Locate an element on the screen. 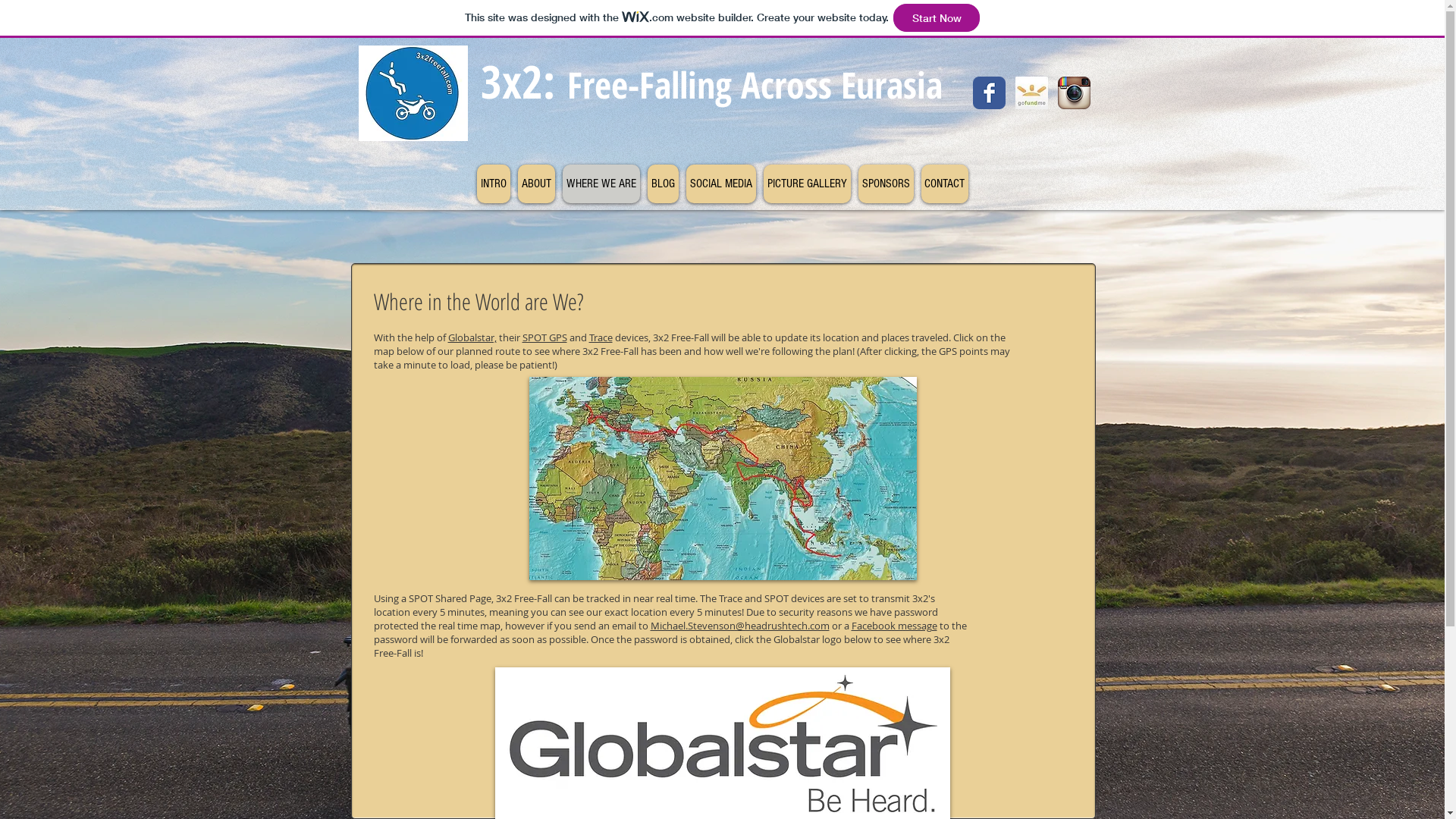 Image resolution: width=1456 pixels, height=819 pixels. 'BLOG' is located at coordinates (648, 183).